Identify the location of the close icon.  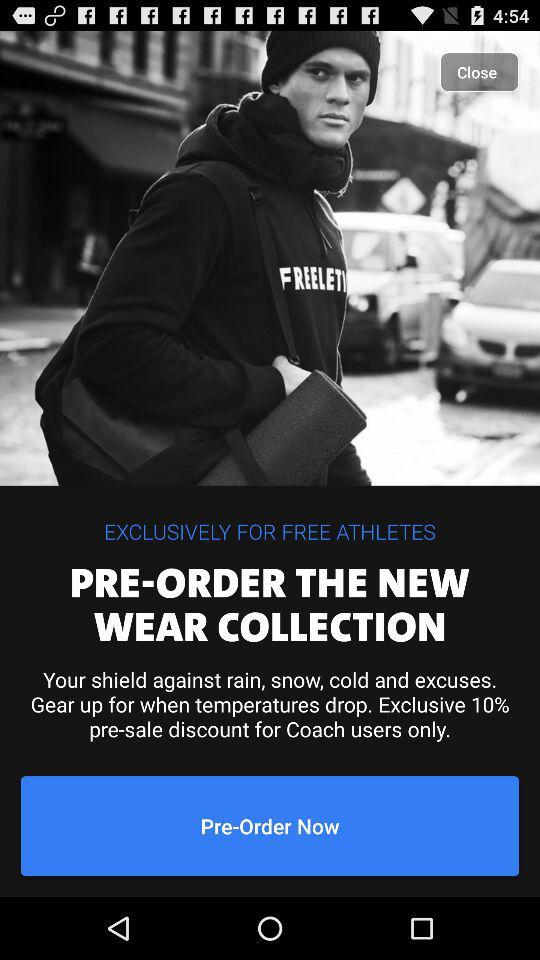
(478, 72).